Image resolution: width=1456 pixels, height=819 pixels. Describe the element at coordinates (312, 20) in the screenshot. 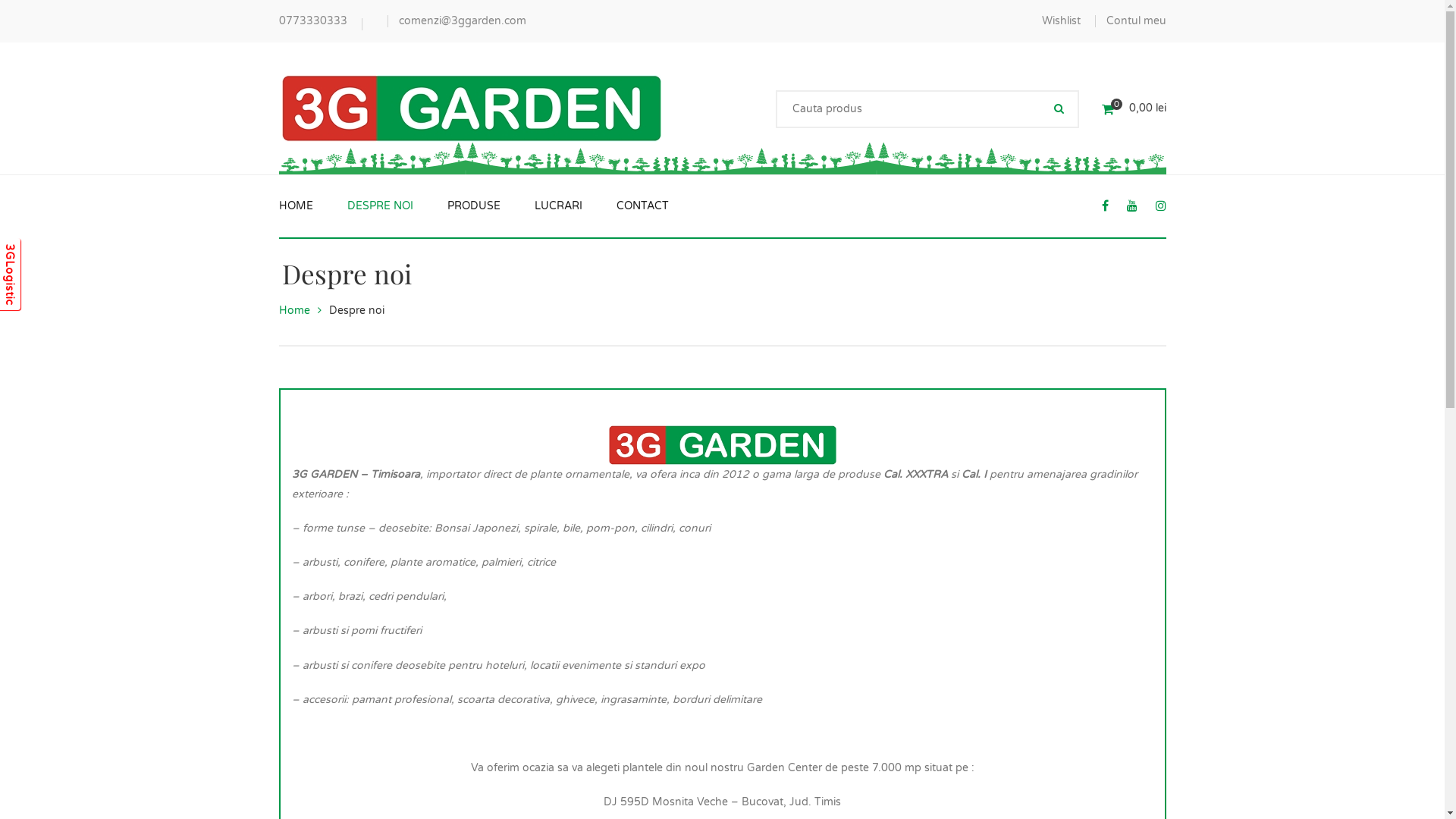

I see `'0773330333'` at that location.